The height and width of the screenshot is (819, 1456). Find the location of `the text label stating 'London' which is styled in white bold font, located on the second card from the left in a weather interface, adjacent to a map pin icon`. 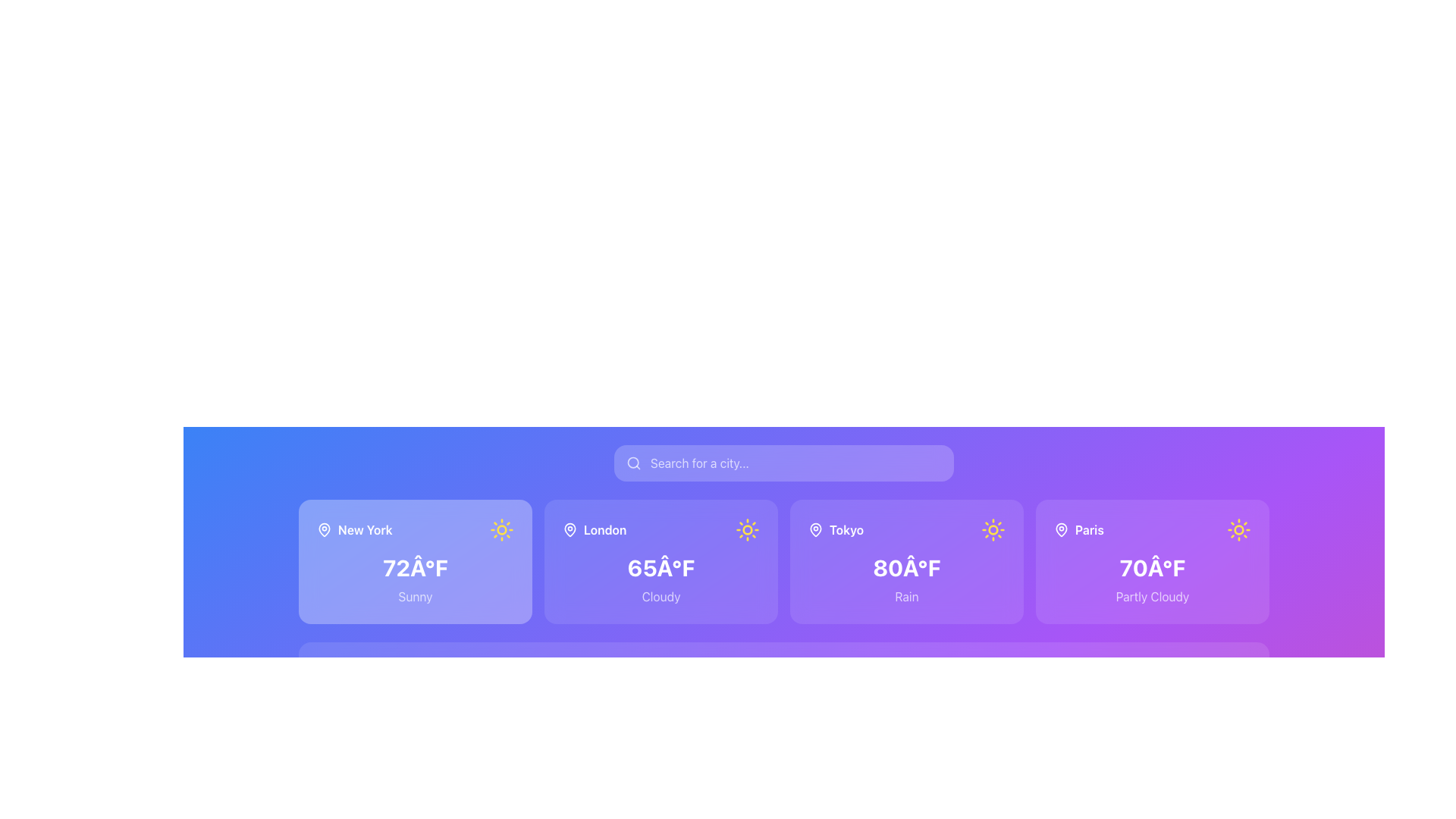

the text label stating 'London' which is styled in white bold font, located on the second card from the left in a weather interface, adjacent to a map pin icon is located at coordinates (594, 529).